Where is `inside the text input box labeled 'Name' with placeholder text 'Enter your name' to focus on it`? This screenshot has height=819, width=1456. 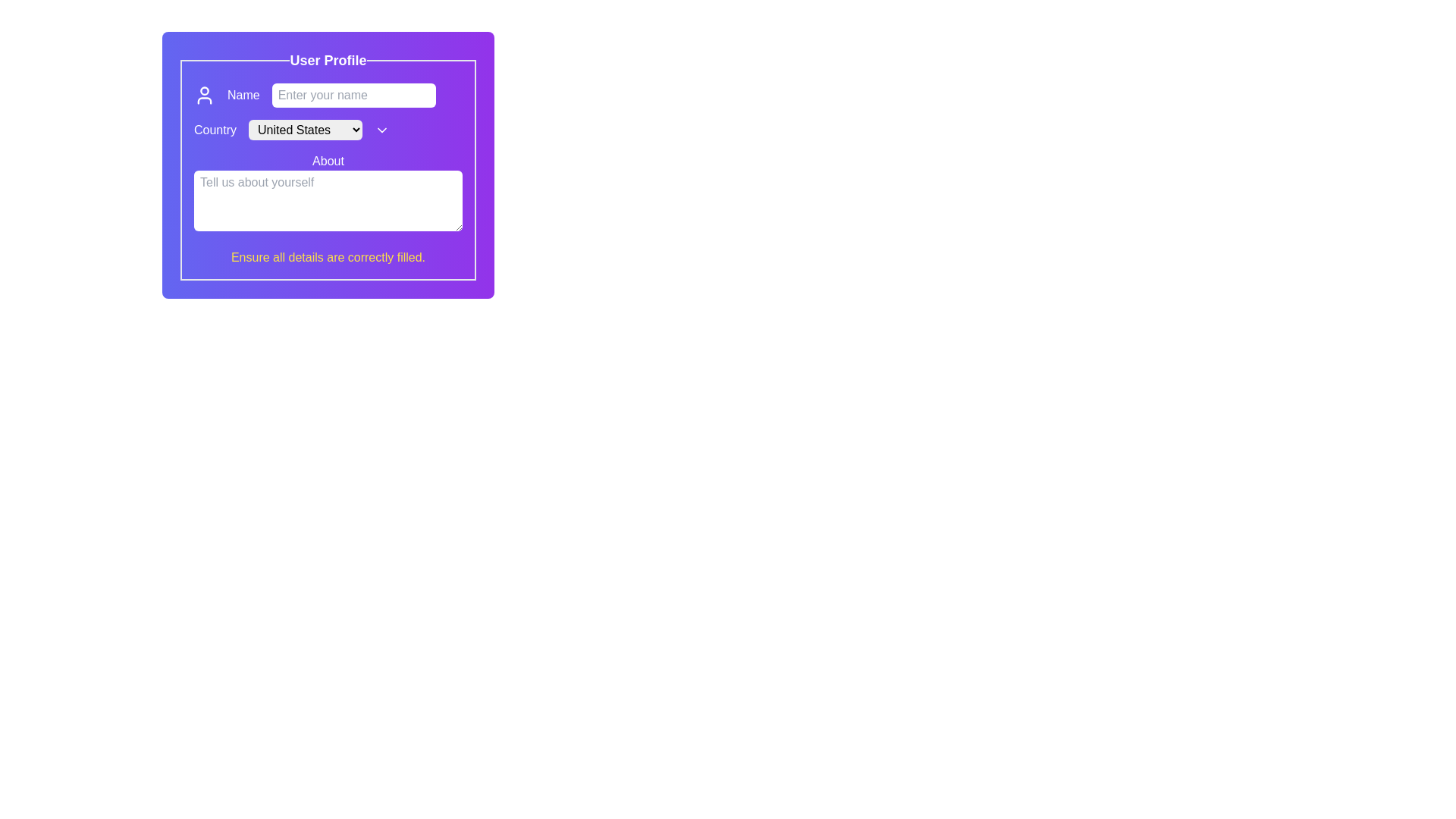 inside the text input box labeled 'Name' with placeholder text 'Enter your name' to focus on it is located at coordinates (327, 96).